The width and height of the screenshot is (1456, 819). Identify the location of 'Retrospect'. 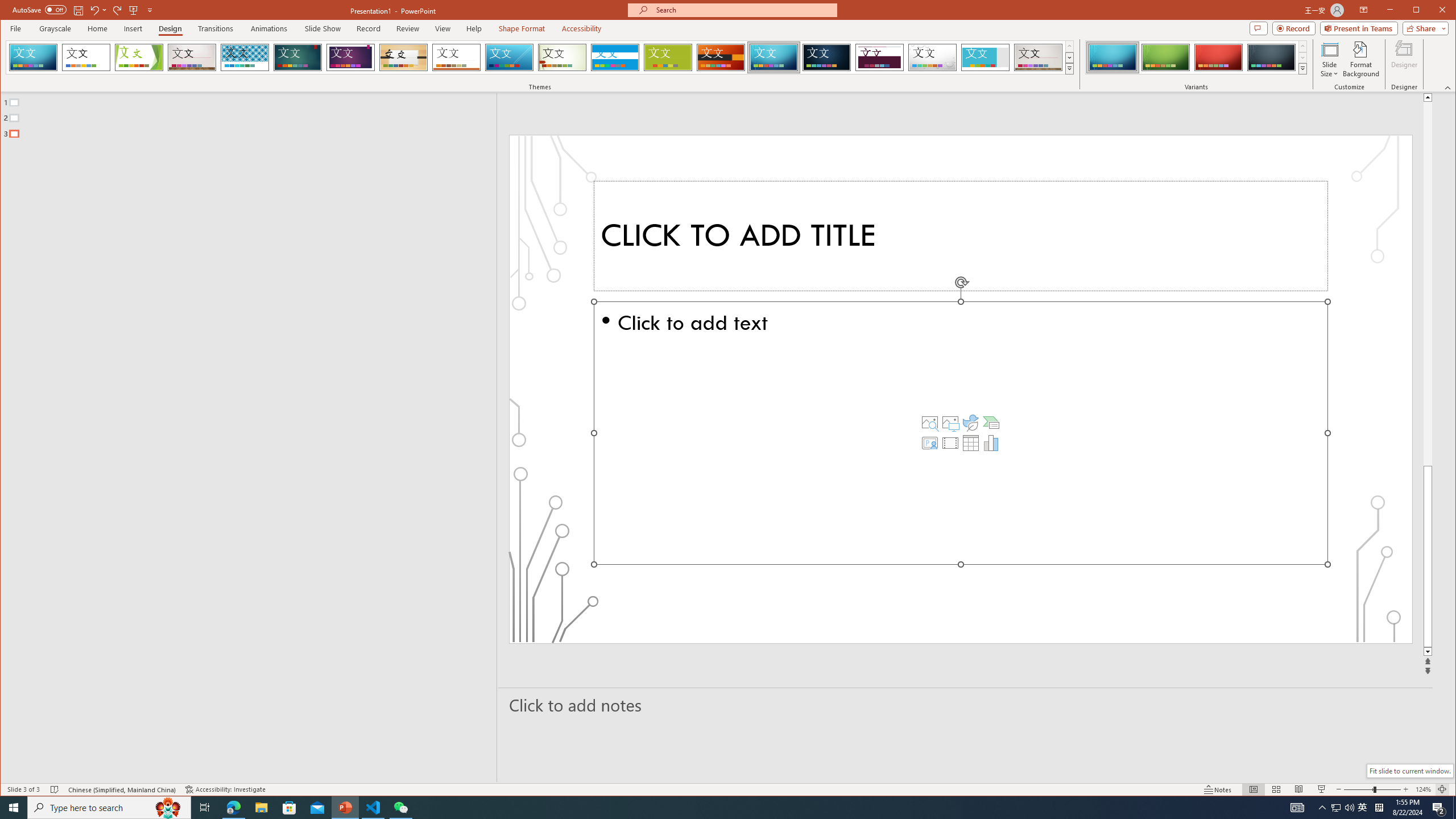
(456, 57).